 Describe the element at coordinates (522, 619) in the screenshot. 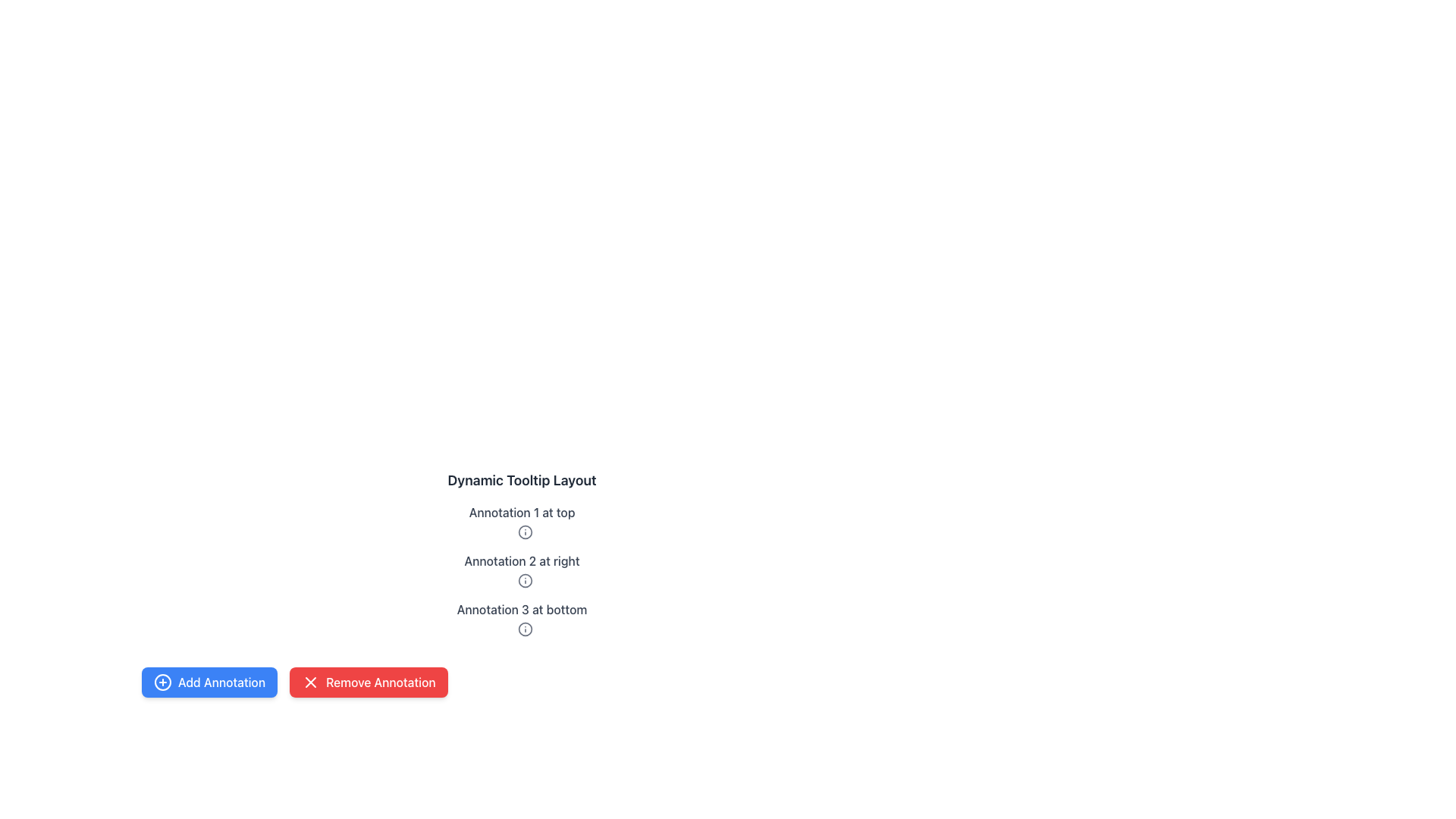

I see `the information icon next to the static text component labeled 'Annotation 3 at bottom'` at that location.